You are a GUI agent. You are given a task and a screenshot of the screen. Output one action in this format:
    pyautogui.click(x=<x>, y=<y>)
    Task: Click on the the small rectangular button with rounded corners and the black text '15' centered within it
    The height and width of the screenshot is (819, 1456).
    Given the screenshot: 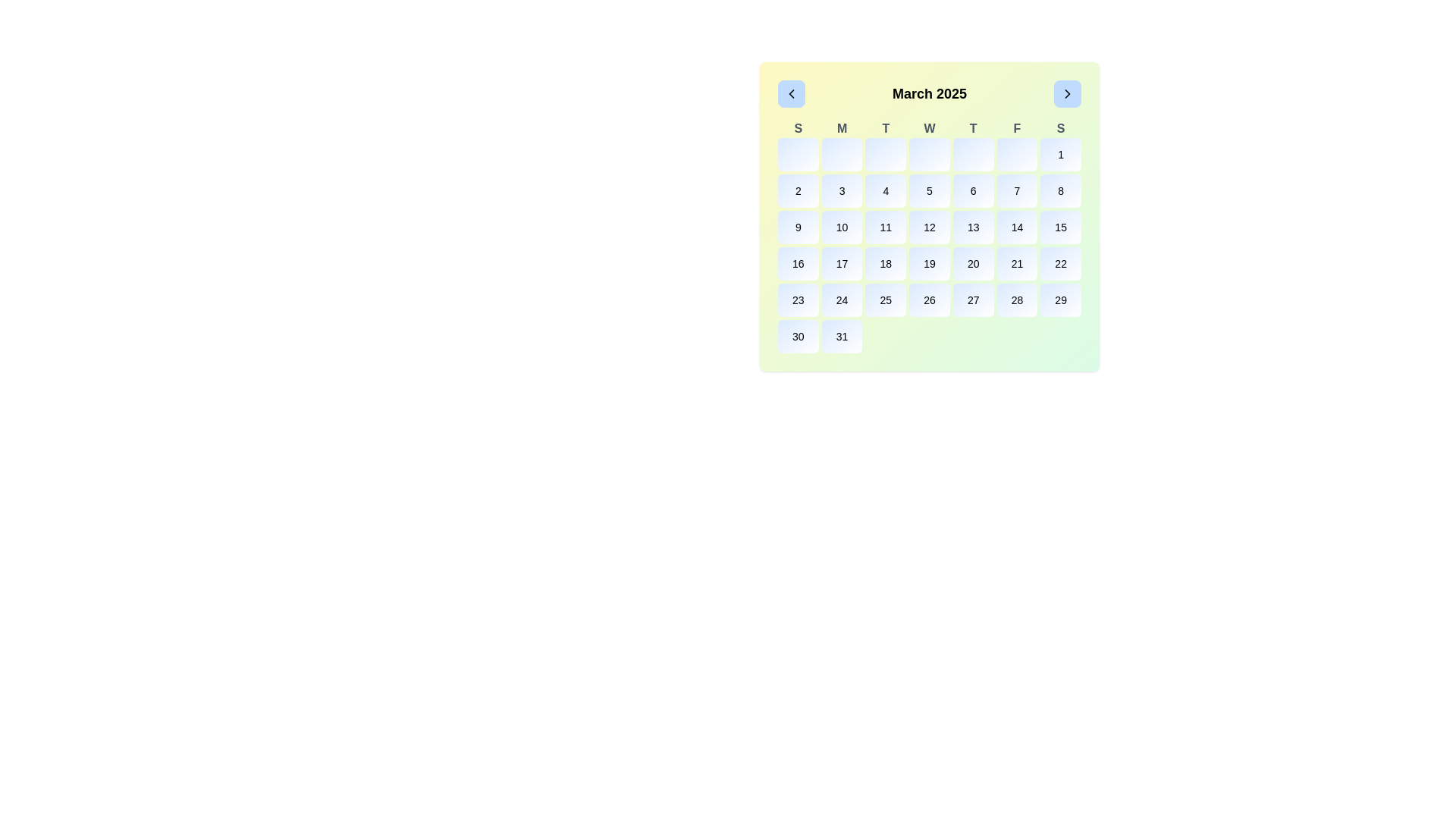 What is the action you would take?
    pyautogui.click(x=1059, y=227)
    